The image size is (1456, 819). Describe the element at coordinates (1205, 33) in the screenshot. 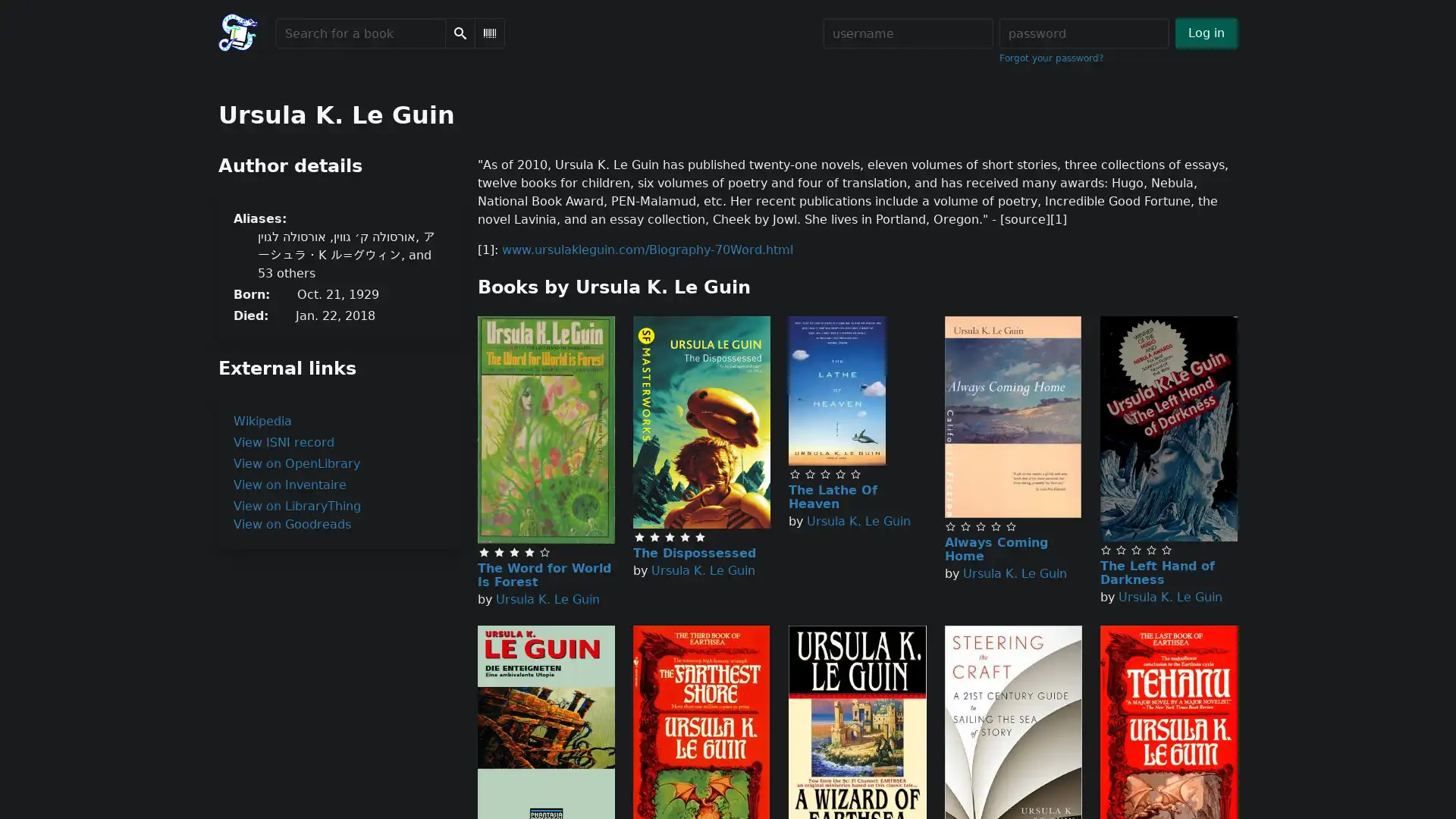

I see `Log in` at that location.